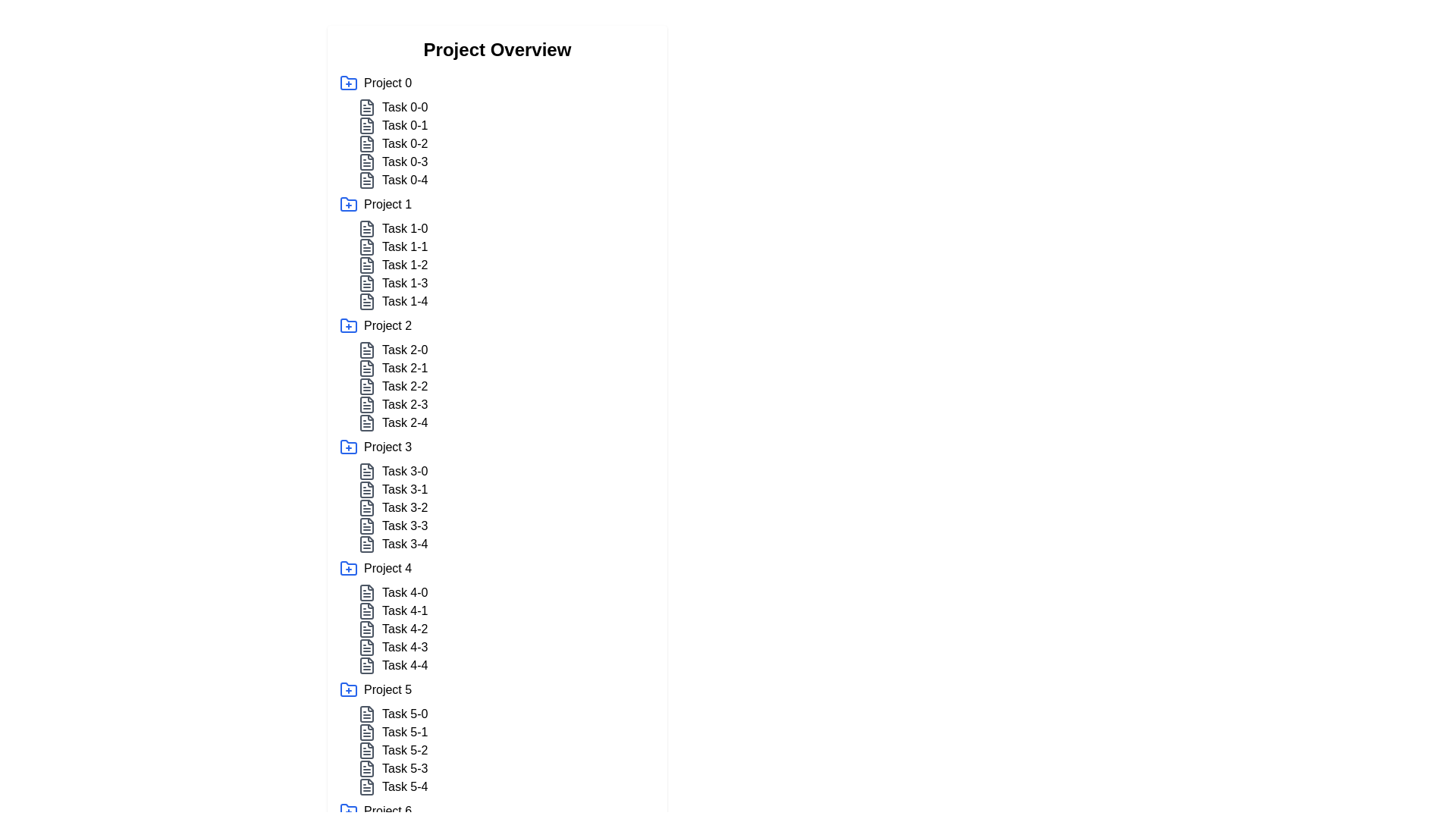 The image size is (1456, 819). I want to click on the text label 'Task 2-2', which is aligned to the left within the 'Project 2' list as the third item, so click(405, 385).